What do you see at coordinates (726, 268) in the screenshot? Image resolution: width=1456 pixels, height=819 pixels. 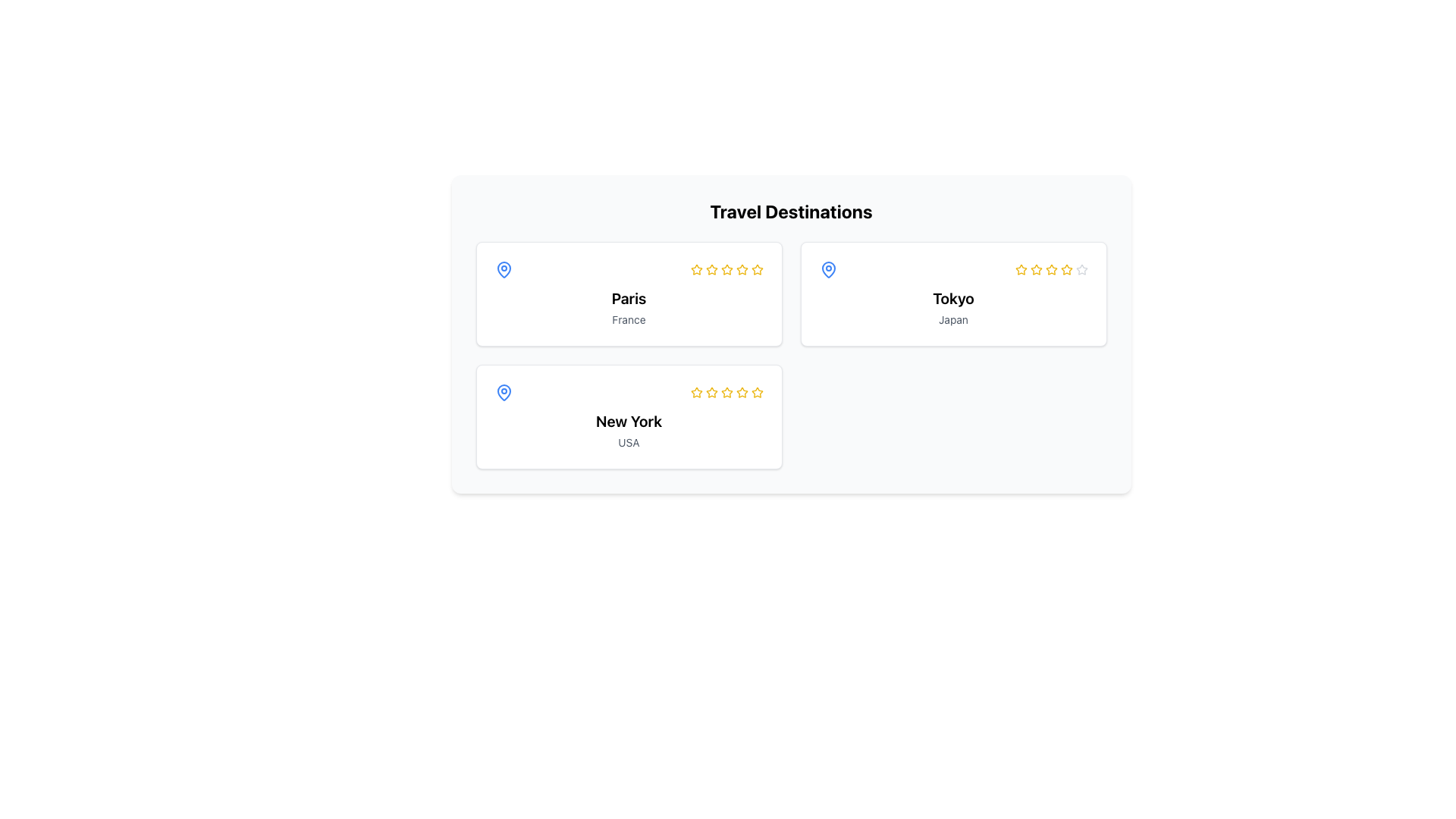 I see `the third star icon` at bounding box center [726, 268].